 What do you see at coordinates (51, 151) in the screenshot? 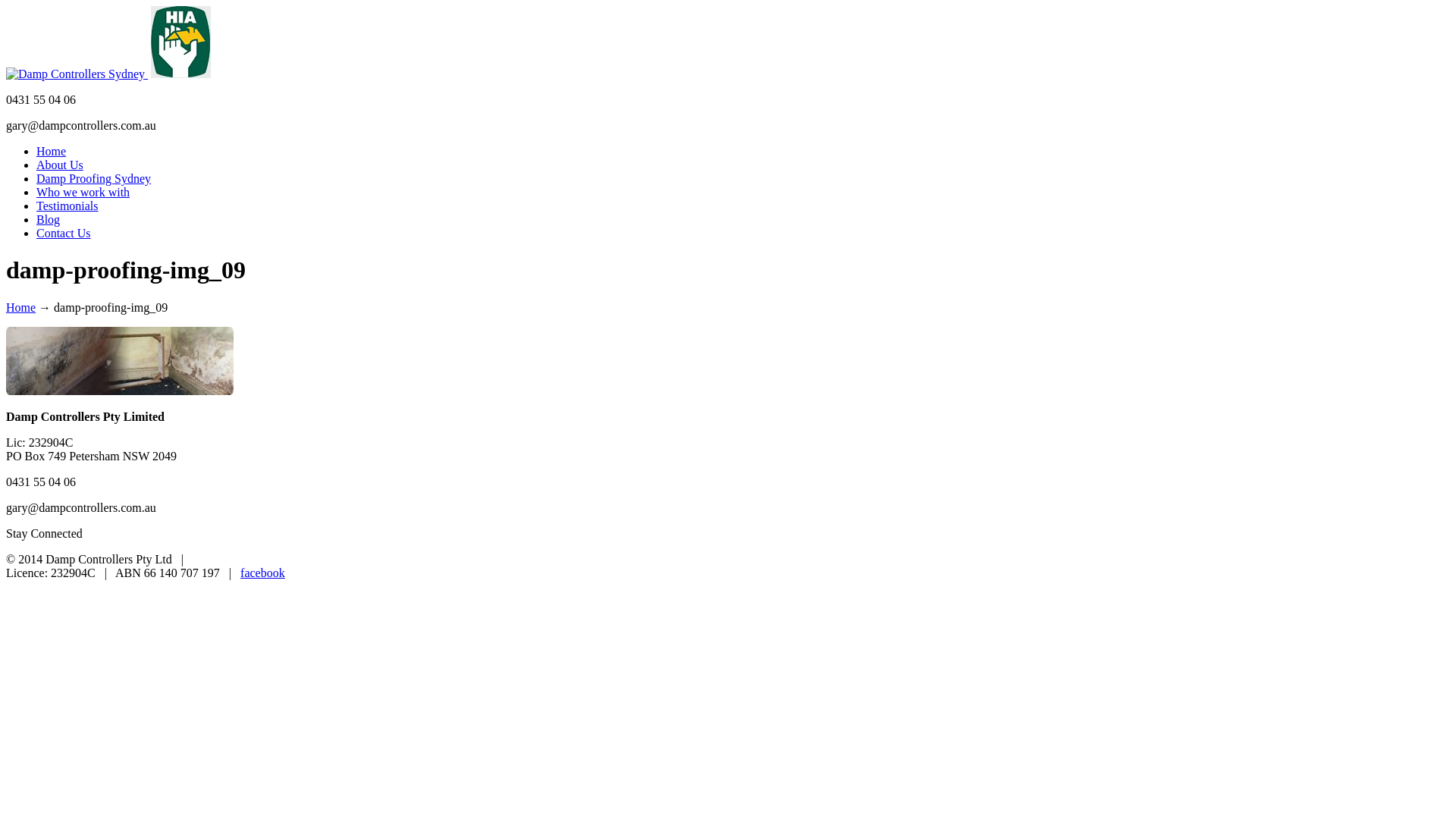
I see `'Home'` at bounding box center [51, 151].